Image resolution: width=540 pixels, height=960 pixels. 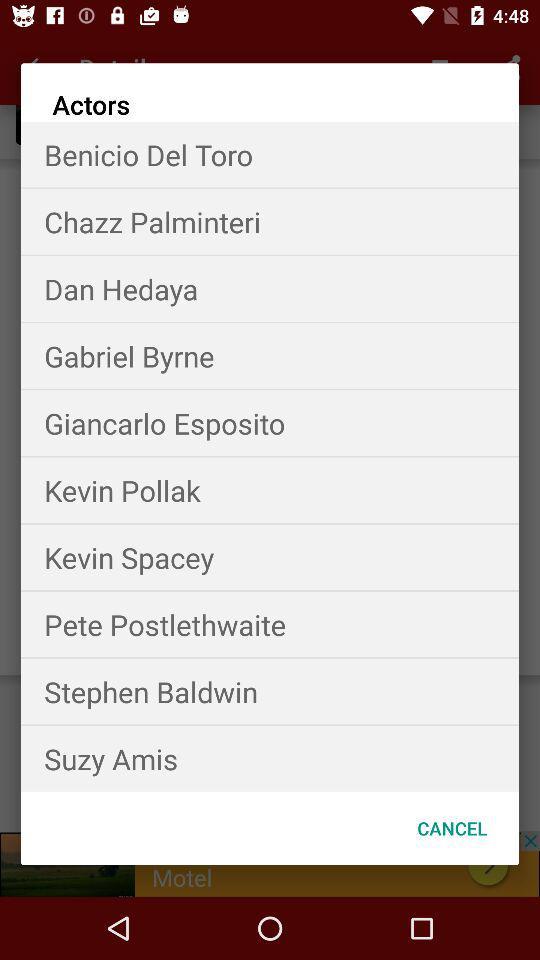 What do you see at coordinates (270, 557) in the screenshot?
I see `item above    pete postlethwaite icon` at bounding box center [270, 557].